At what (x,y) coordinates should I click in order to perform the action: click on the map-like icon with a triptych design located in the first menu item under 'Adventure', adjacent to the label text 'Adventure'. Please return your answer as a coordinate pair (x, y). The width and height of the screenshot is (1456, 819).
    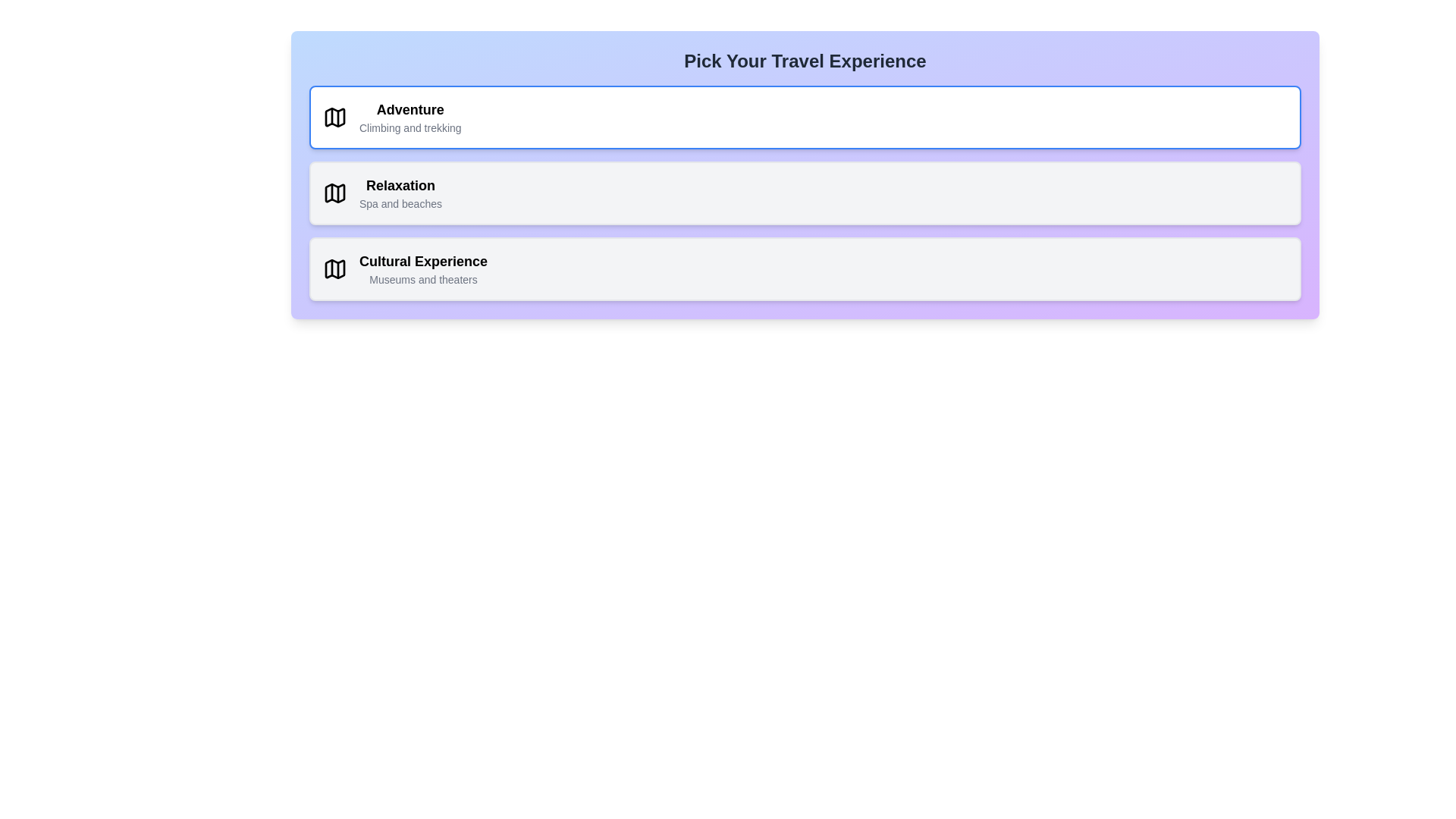
    Looking at the image, I should click on (334, 116).